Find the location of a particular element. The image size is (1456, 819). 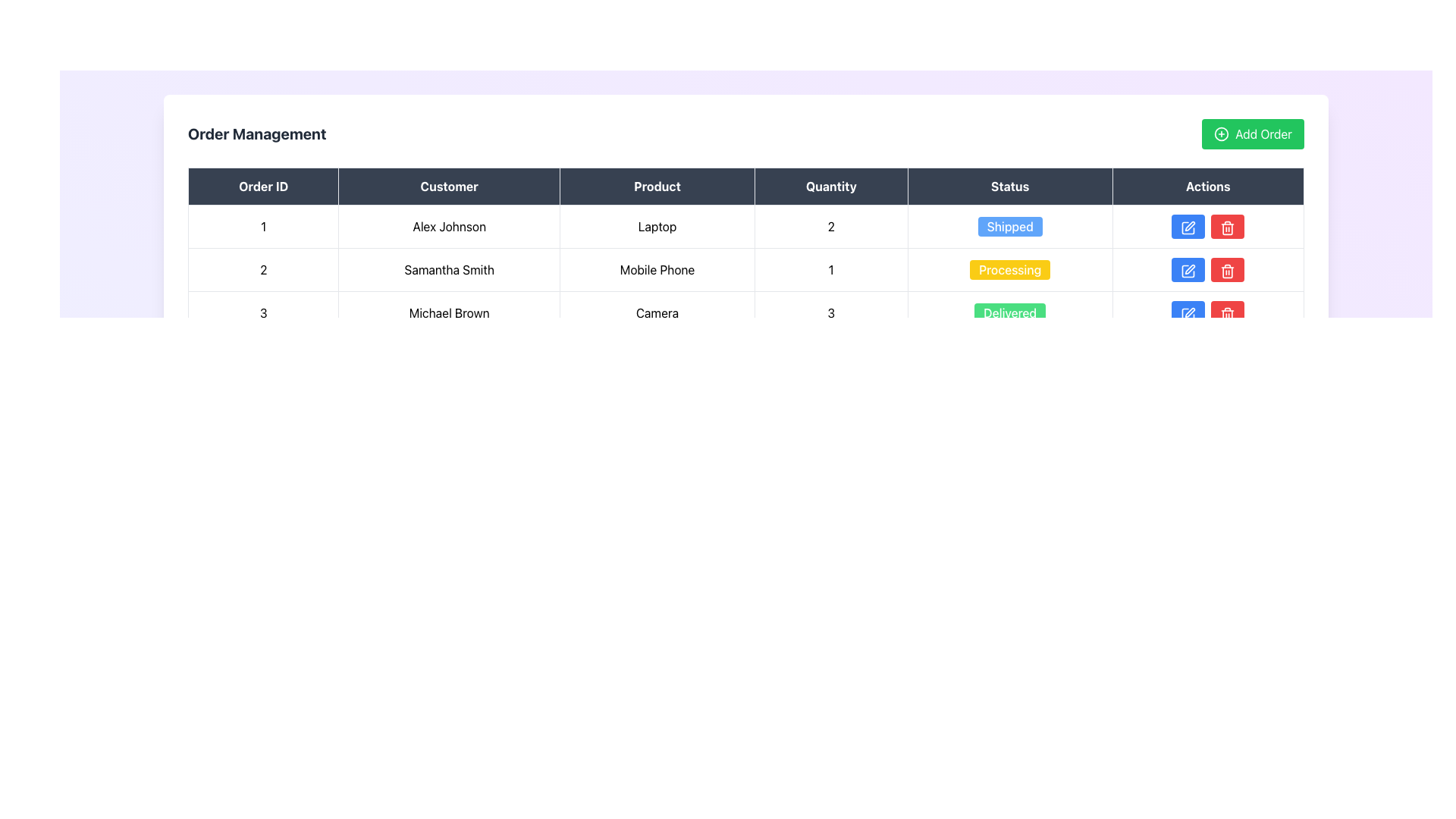

the Text label displaying the customer's name in the second column of the first row of the data table, located under the 'Customer' header is located at coordinates (448, 227).